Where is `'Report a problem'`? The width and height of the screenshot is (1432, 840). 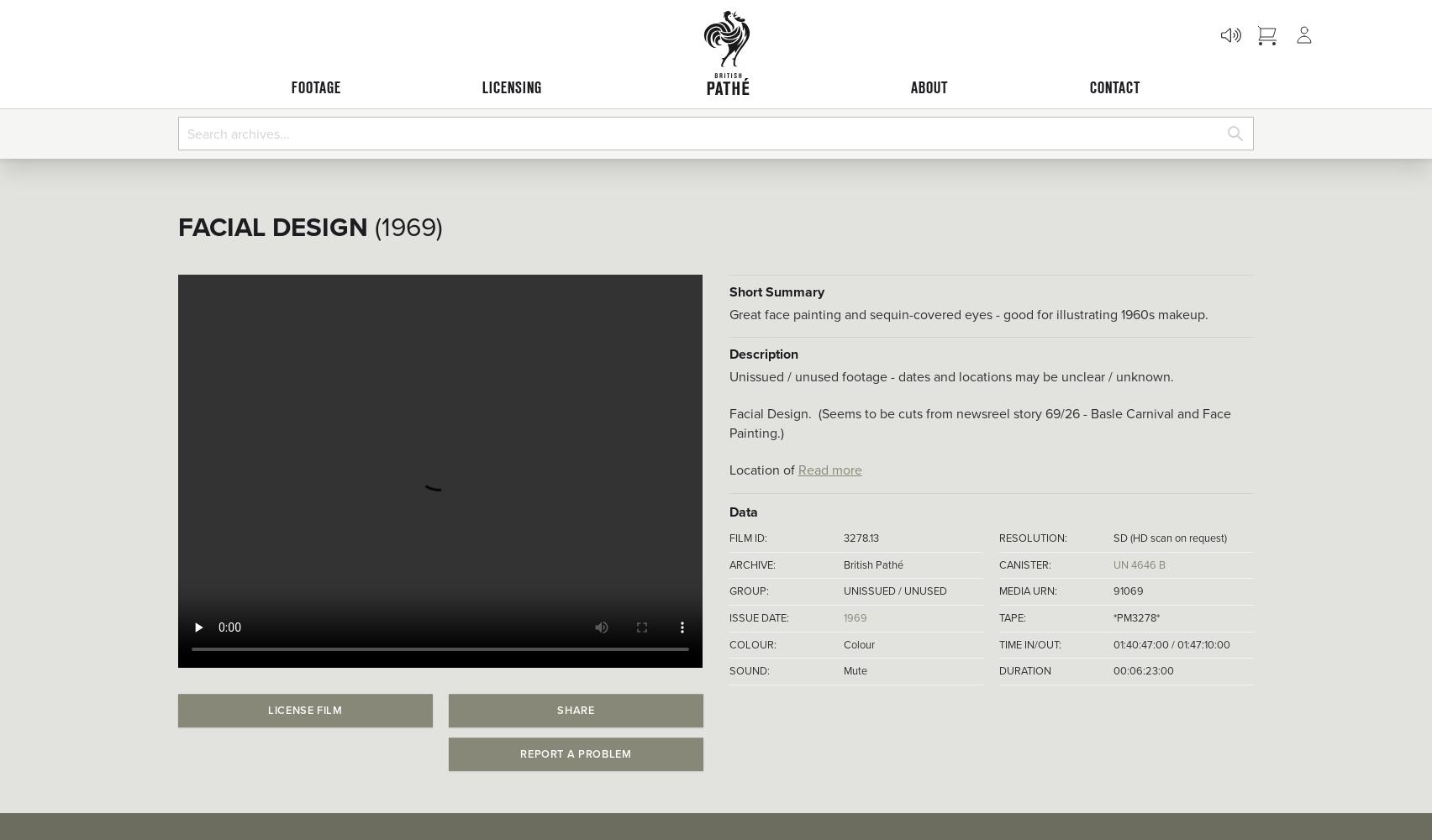 'Report a problem' is located at coordinates (574, 753).